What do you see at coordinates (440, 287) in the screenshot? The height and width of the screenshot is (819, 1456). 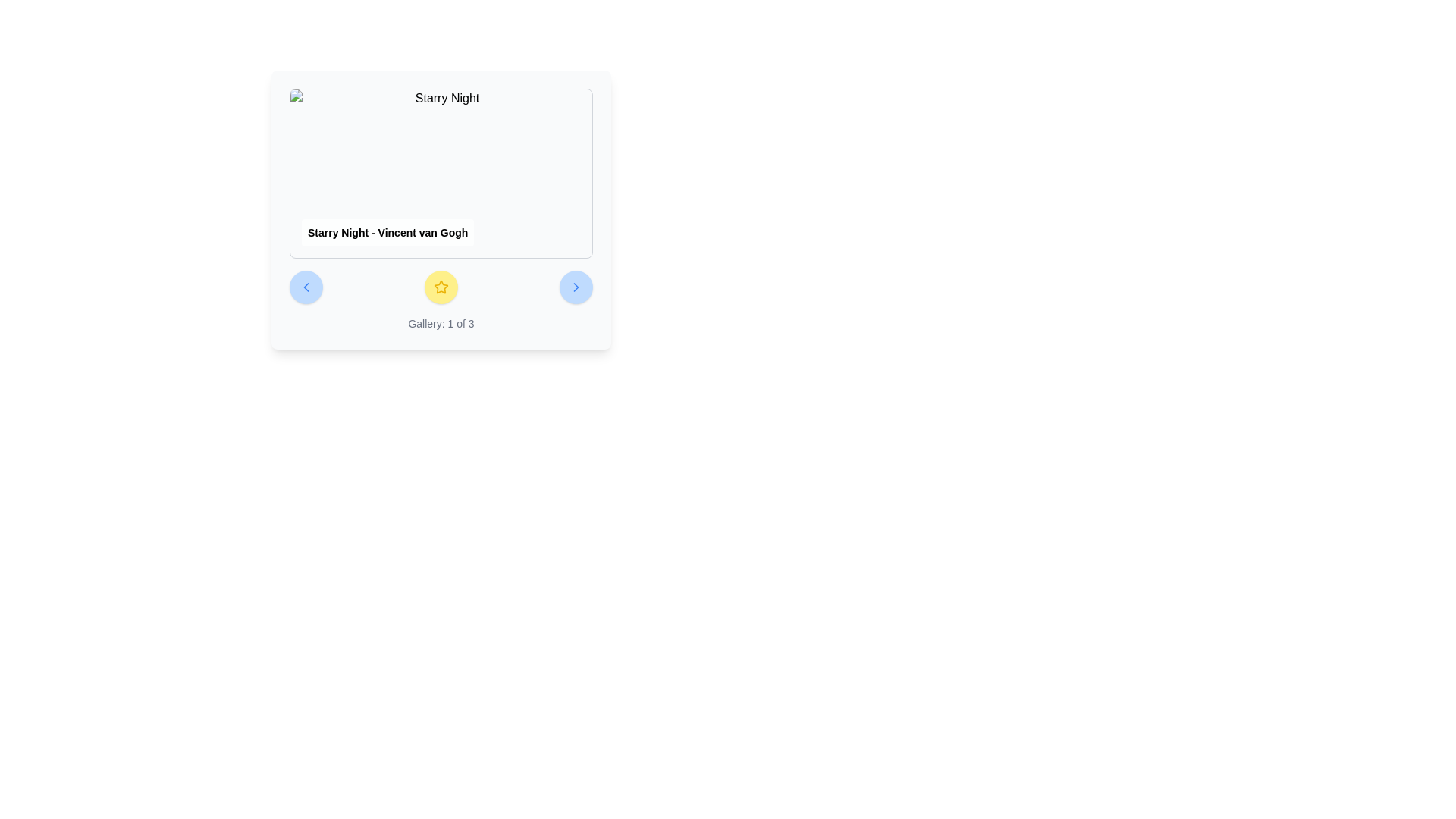 I see `the circular button with a bright yellow background and a star icon in the center` at bounding box center [440, 287].